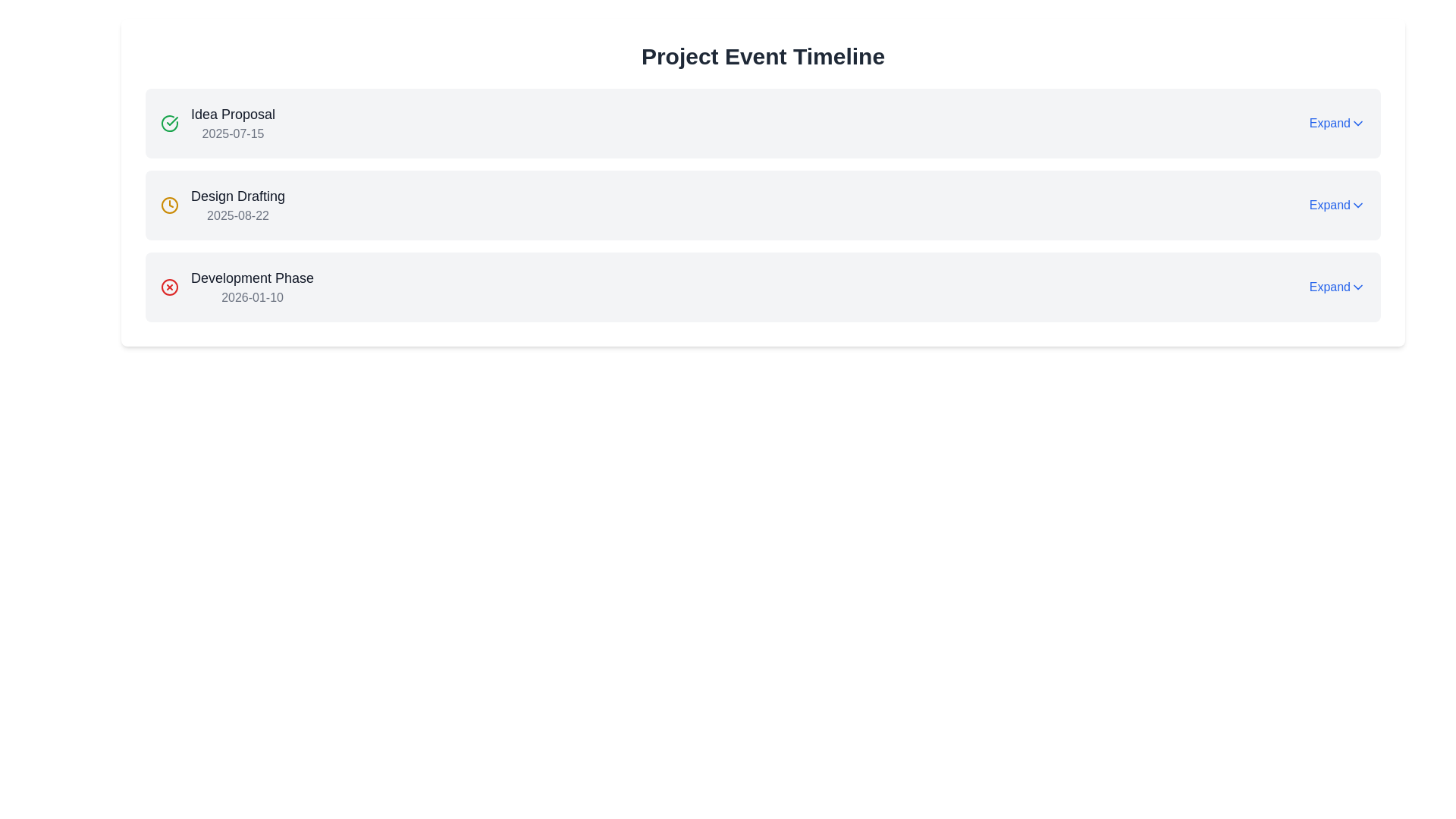 The height and width of the screenshot is (819, 1456). I want to click on the clock icon, which is circular with a yellow outer stroke and is located to the left of the text 'Design Drafting' in the second item of a vertically stacked list of project events, so click(170, 205).